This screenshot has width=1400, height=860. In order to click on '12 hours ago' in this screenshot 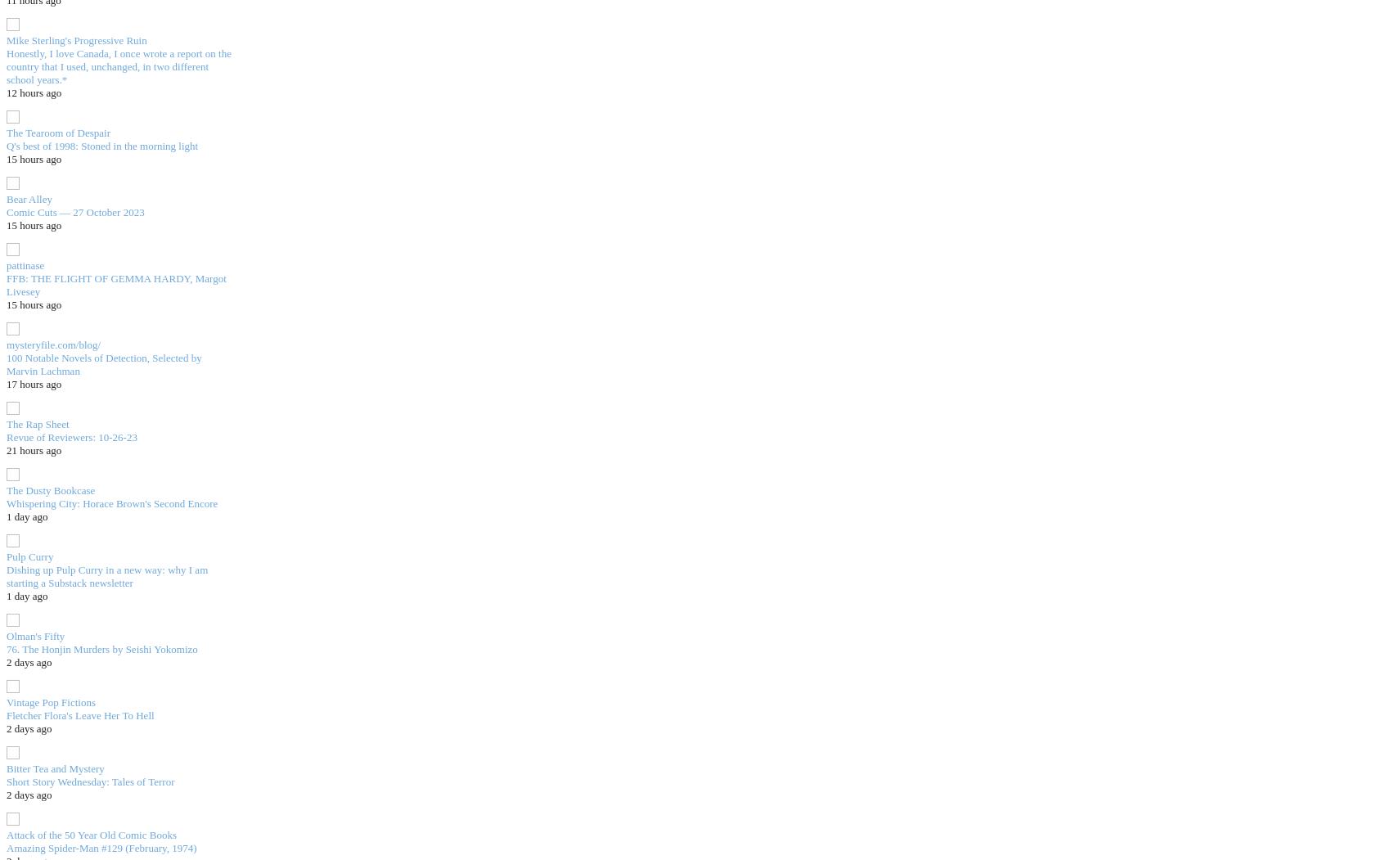, I will do `click(33, 92)`.